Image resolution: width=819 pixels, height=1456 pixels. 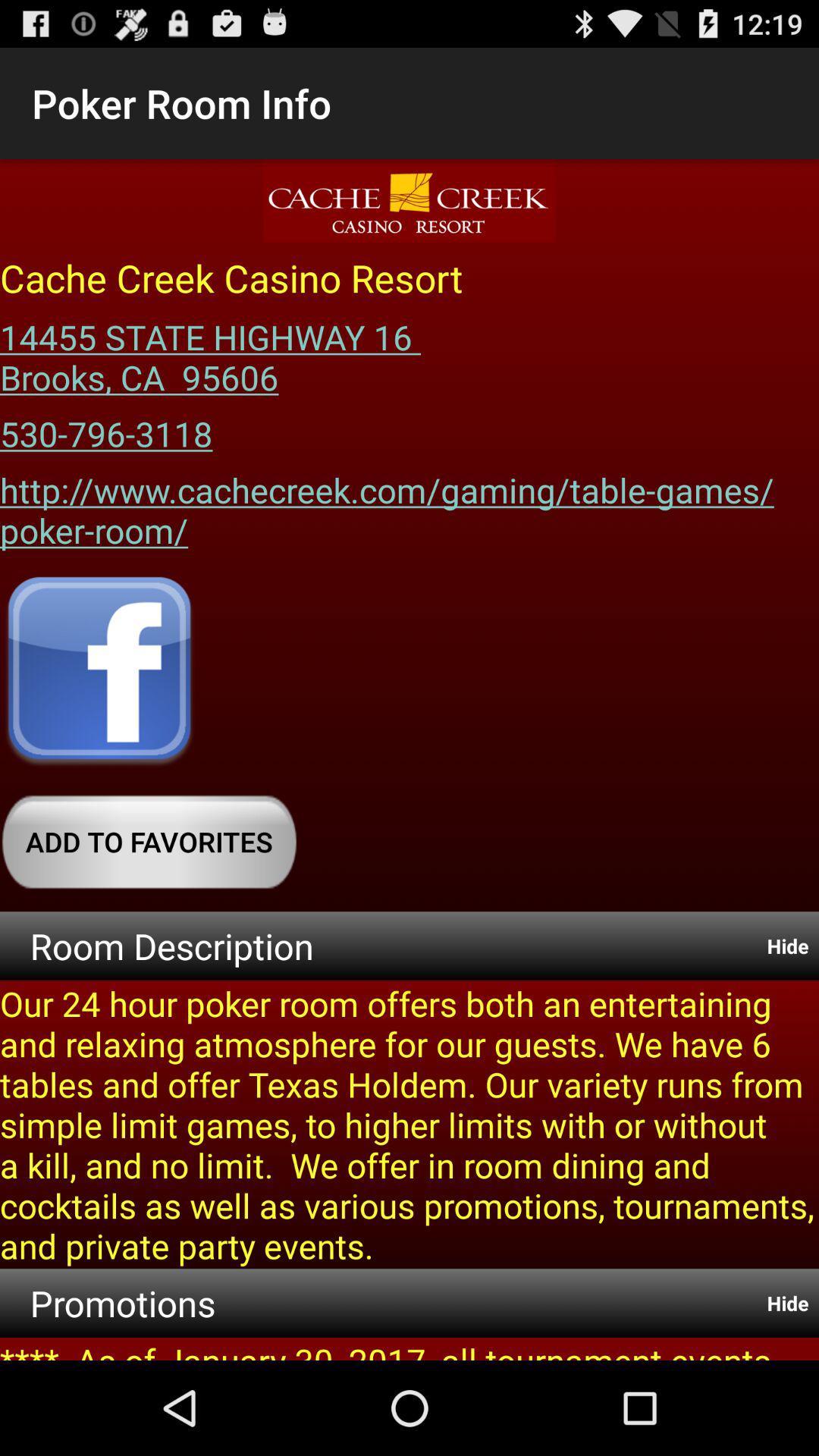 What do you see at coordinates (409, 505) in the screenshot?
I see `http www cachecreek icon` at bounding box center [409, 505].